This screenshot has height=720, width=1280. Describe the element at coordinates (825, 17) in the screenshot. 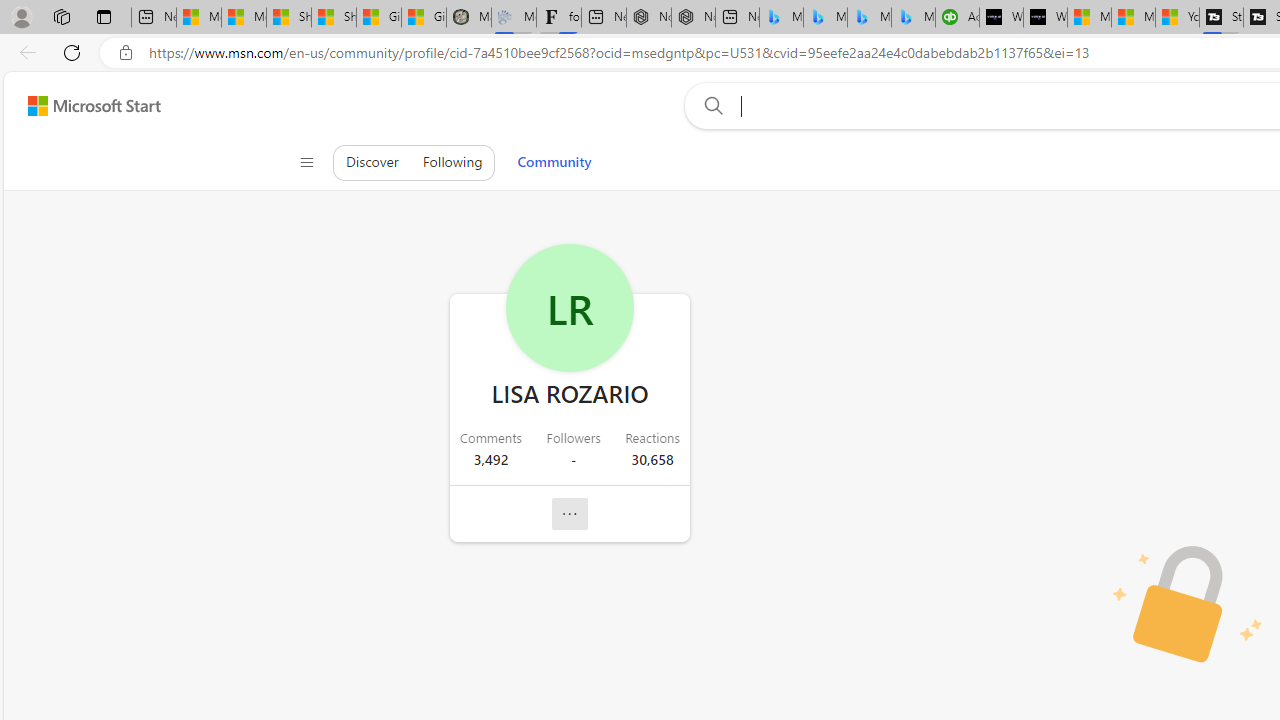

I see `'Microsoft Bing Travel - Stays in Bangkok, Bangkok, Thailand'` at that location.